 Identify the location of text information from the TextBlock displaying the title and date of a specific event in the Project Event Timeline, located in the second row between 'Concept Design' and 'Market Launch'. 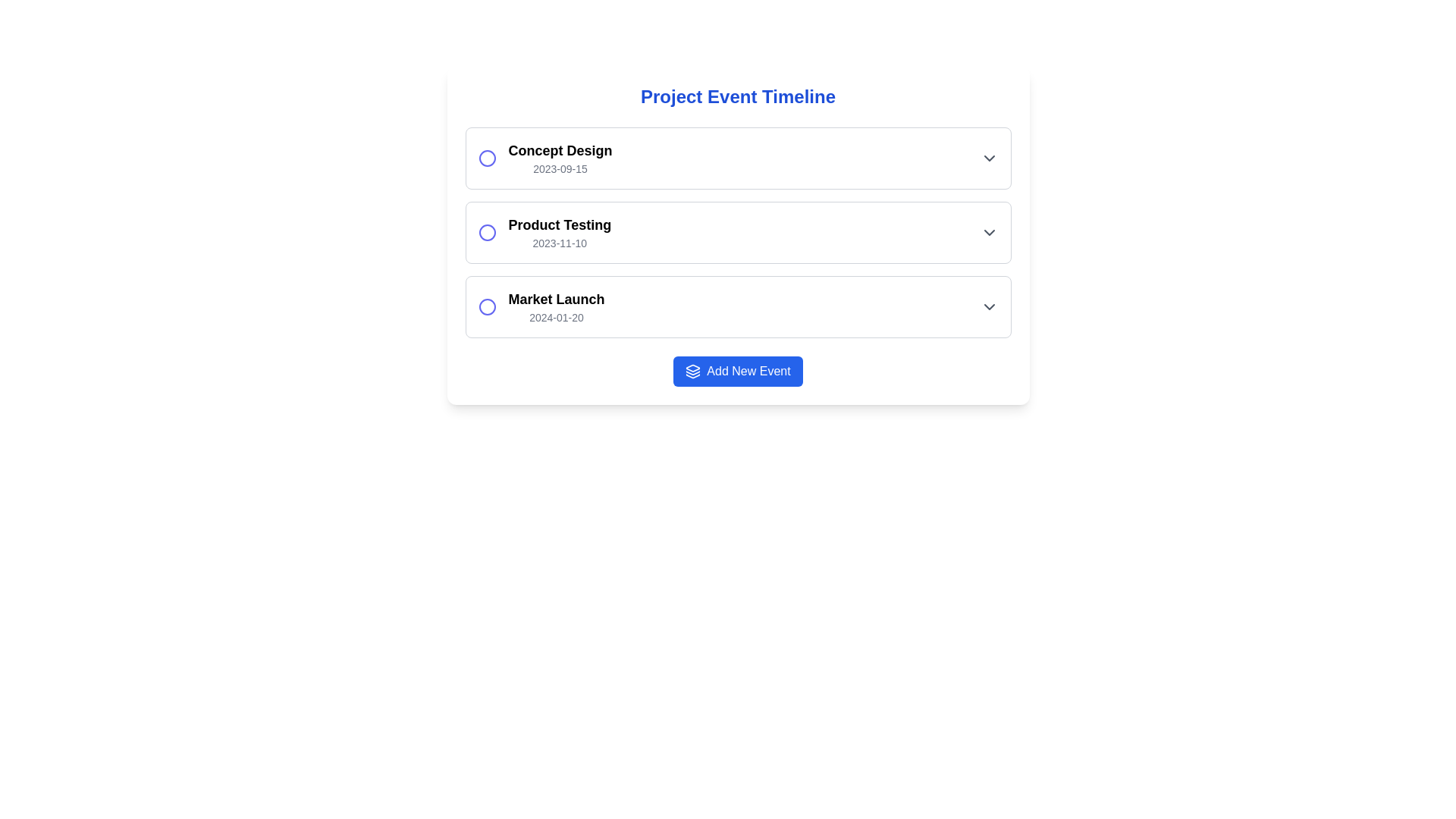
(559, 233).